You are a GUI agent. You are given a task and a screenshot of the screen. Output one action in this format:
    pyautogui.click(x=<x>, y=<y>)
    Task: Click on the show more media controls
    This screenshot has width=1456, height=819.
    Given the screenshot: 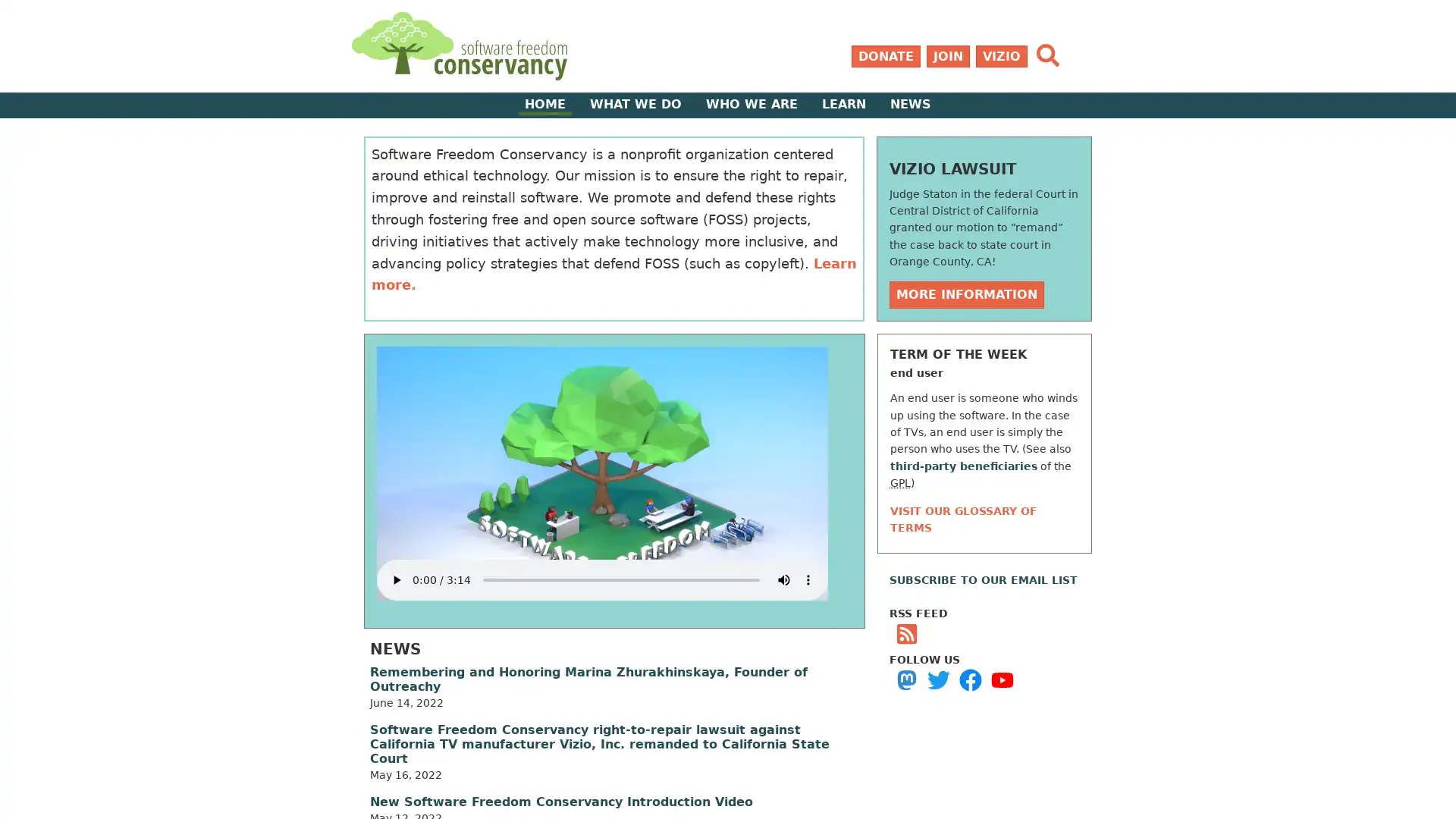 What is the action you would take?
    pyautogui.click(x=807, y=579)
    